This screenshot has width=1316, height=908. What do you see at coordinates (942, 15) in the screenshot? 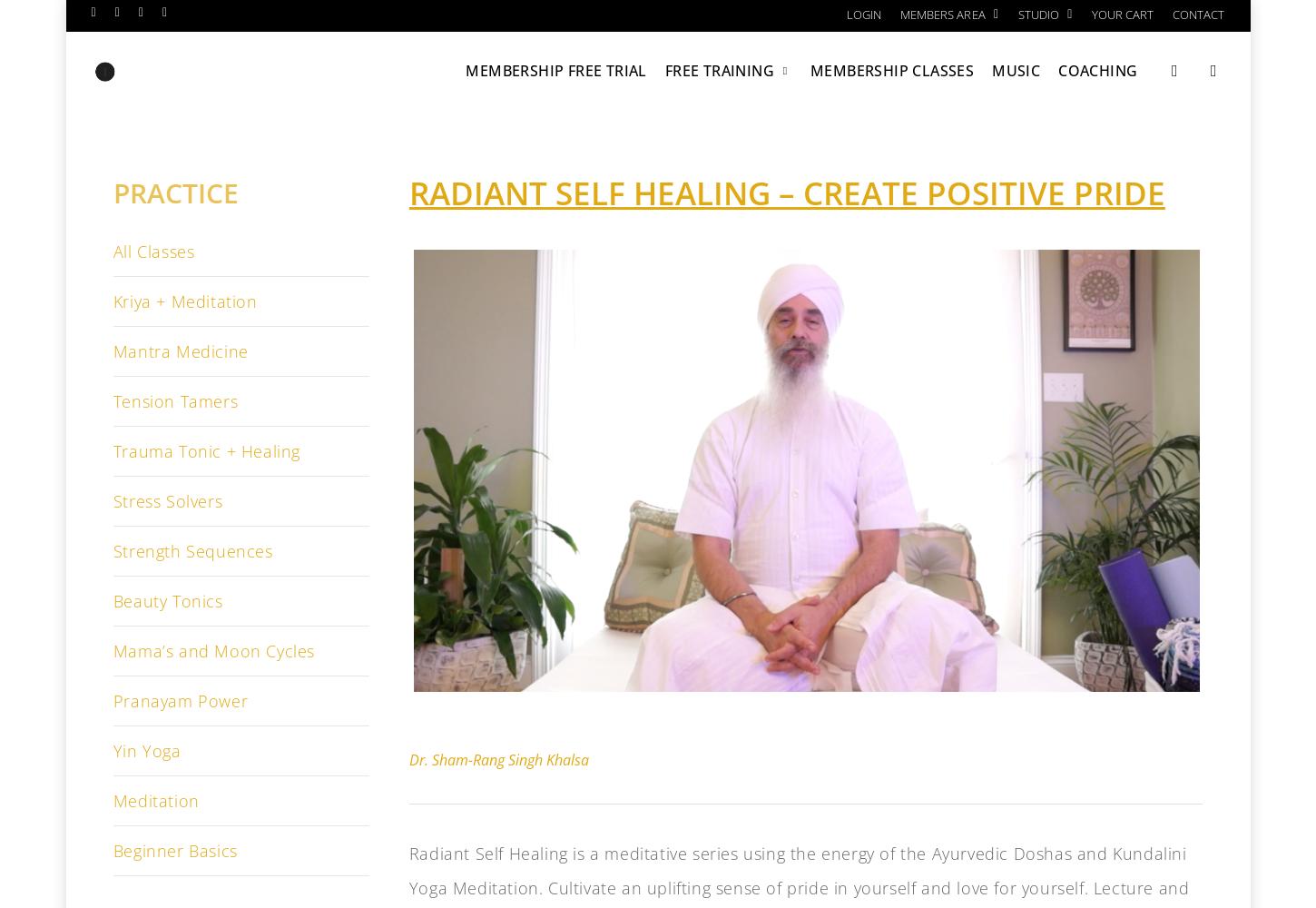
I see `'Members Area'` at bounding box center [942, 15].